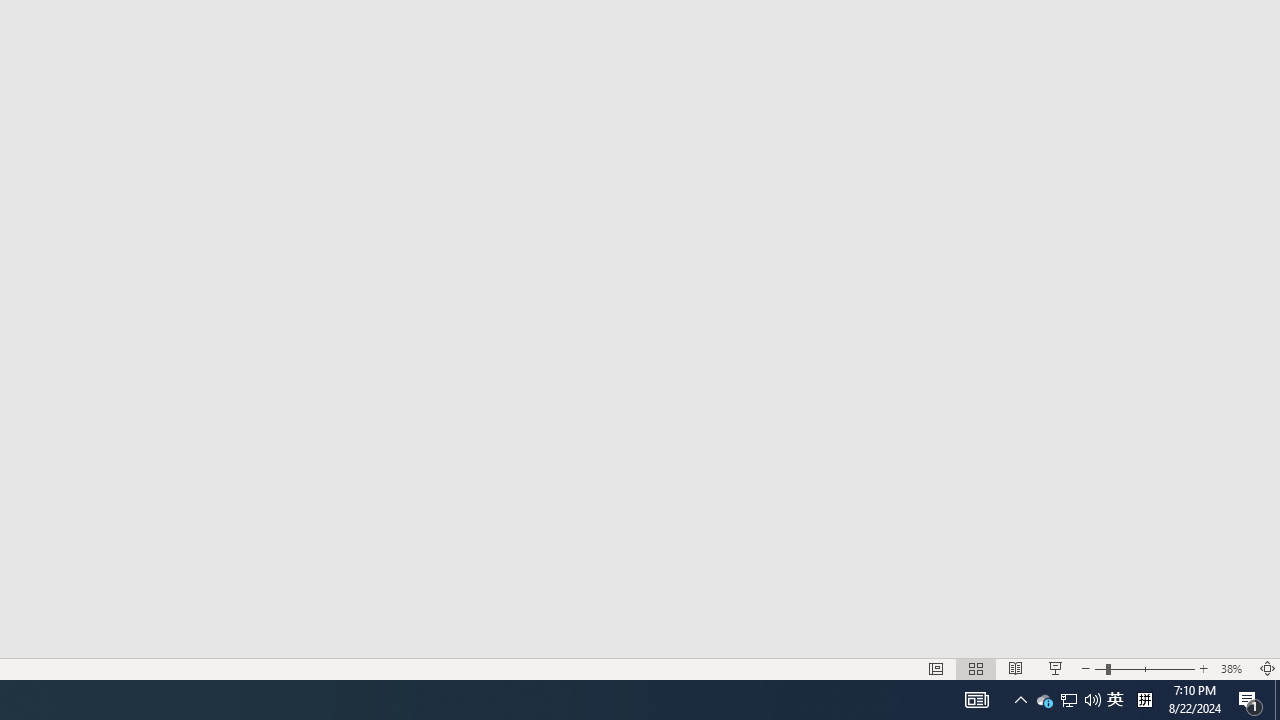 Image resolution: width=1280 pixels, height=720 pixels. I want to click on 'Zoom 38%', so click(1233, 669).